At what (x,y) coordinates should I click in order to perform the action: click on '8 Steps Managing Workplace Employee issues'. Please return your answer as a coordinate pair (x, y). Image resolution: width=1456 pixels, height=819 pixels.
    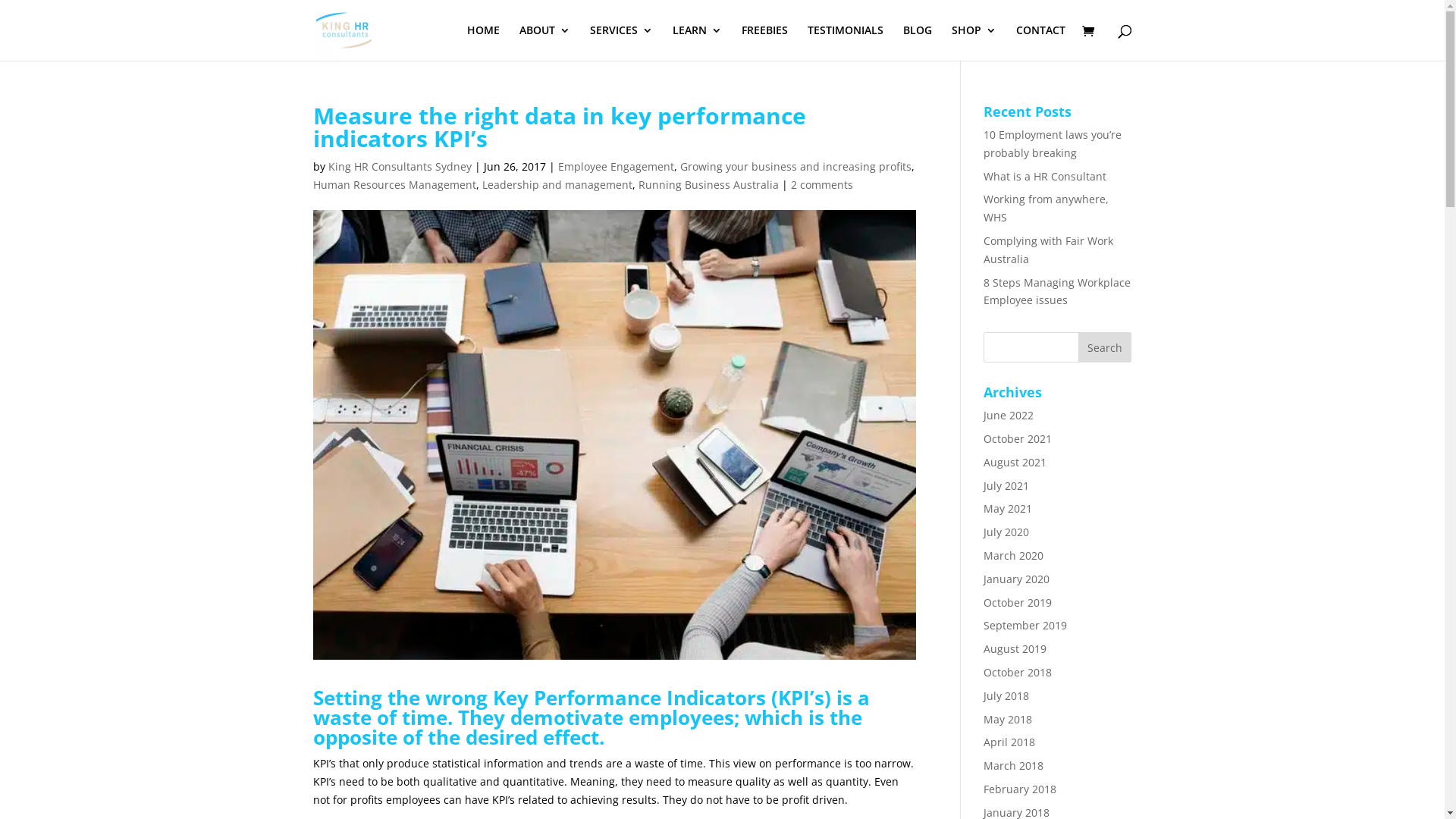
    Looking at the image, I should click on (1056, 291).